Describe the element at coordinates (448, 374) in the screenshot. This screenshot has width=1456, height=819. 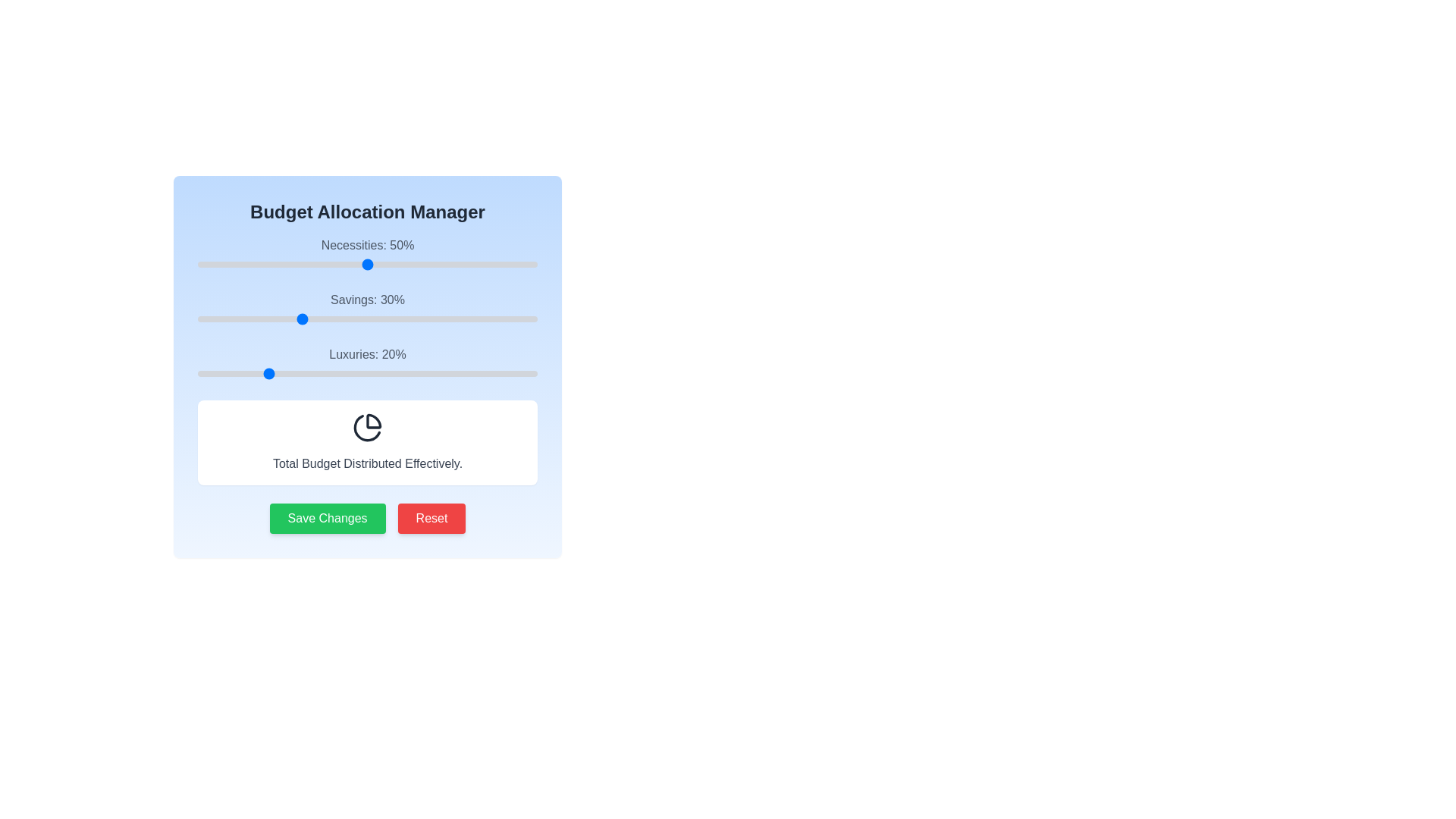
I see `luxuries percentage` at that location.